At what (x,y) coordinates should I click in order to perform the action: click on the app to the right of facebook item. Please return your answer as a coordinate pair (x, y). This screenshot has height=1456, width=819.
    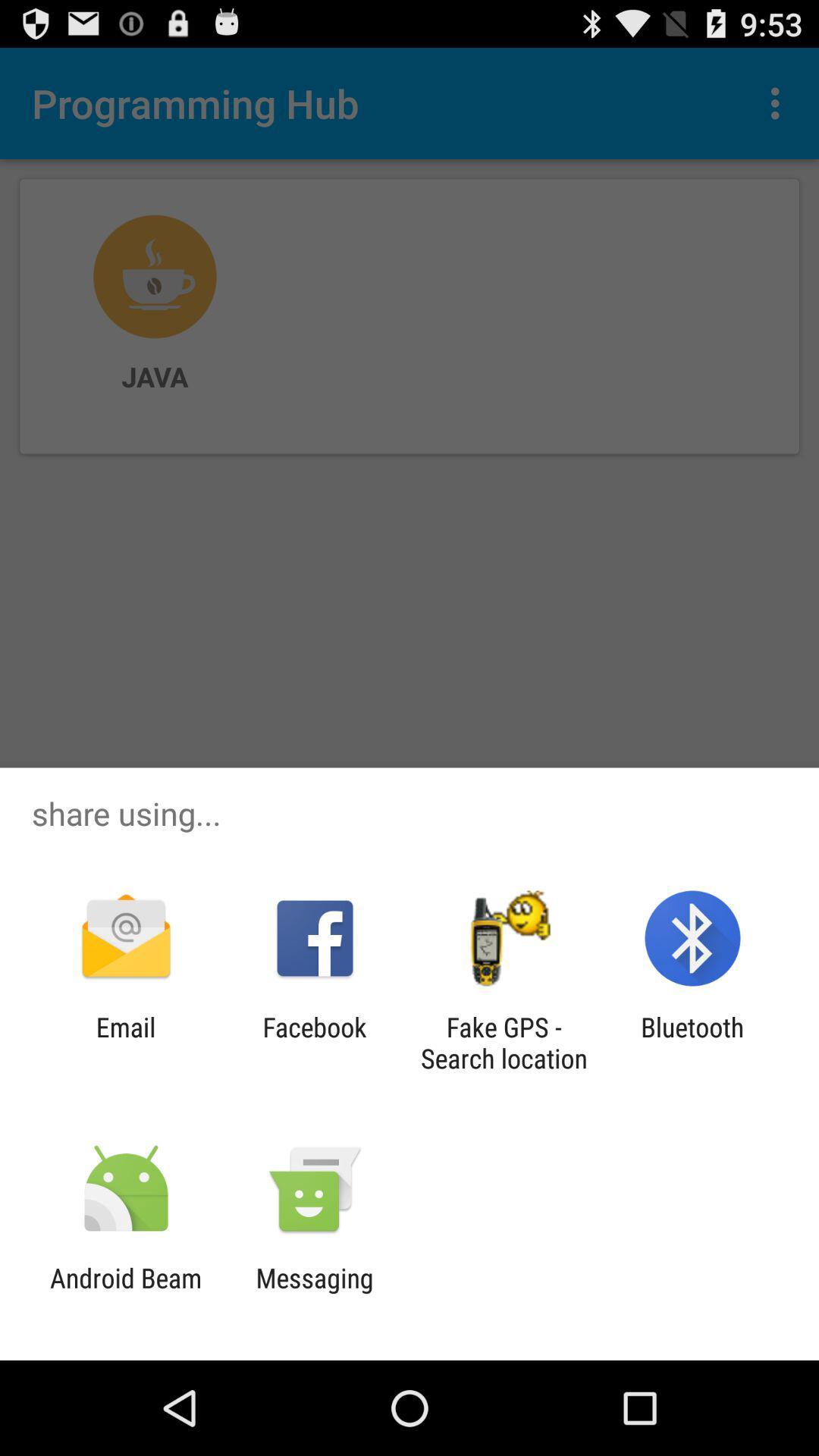
    Looking at the image, I should click on (504, 1042).